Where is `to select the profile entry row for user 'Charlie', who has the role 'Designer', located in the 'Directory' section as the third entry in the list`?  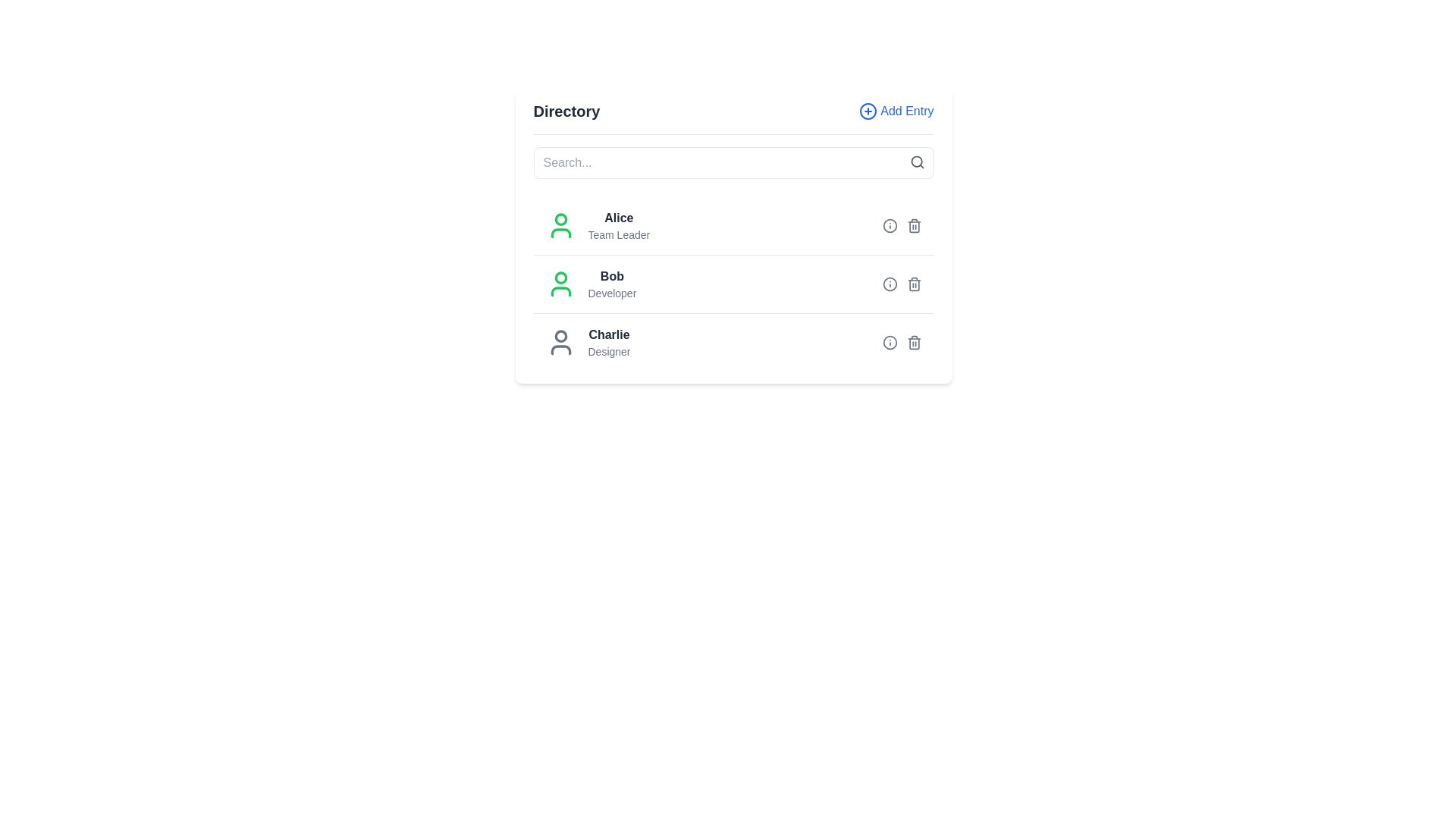 to select the profile entry row for user 'Charlie', who has the role 'Designer', located in the 'Directory' section as the third entry in the list is located at coordinates (733, 342).